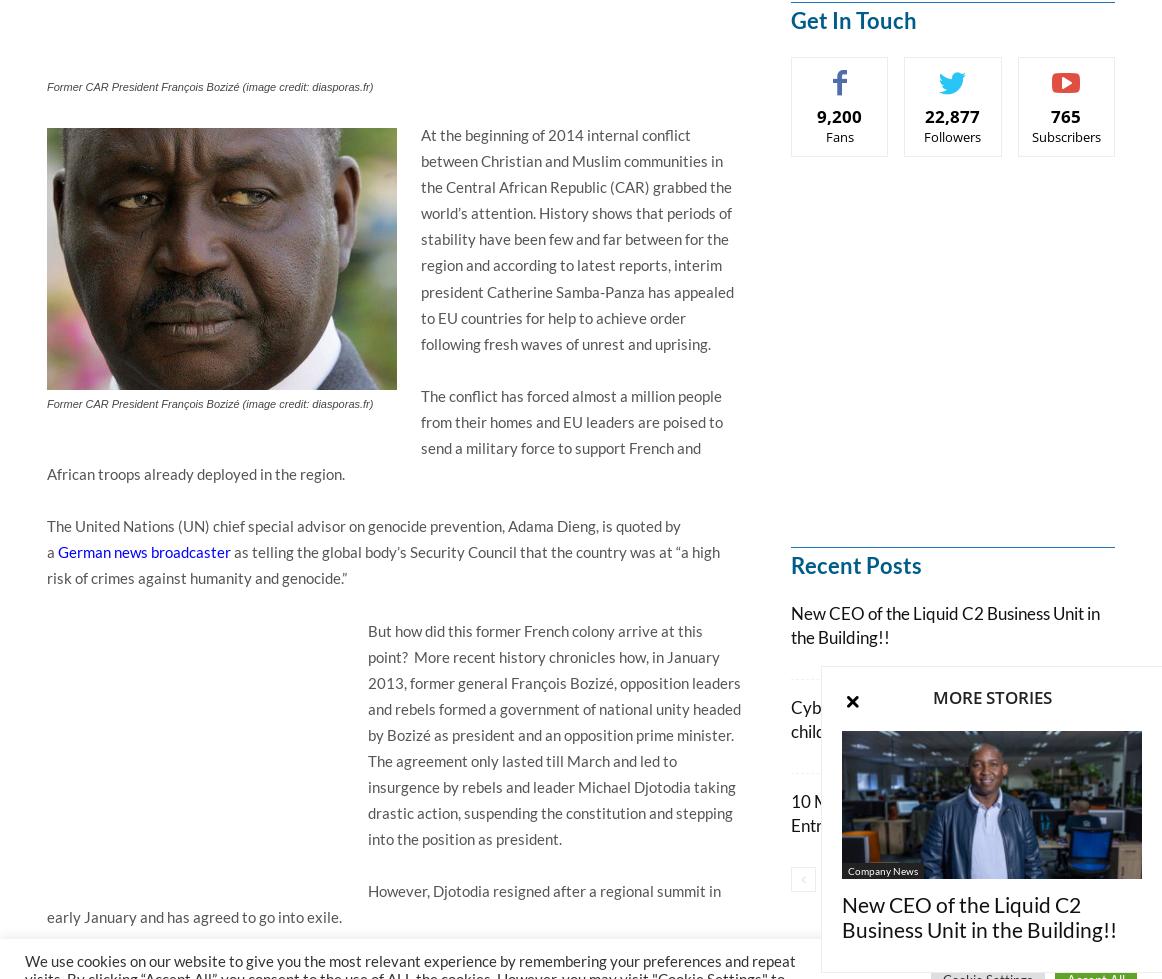 The width and height of the screenshot is (1162, 979). What do you see at coordinates (824, 136) in the screenshot?
I see `'Fans'` at bounding box center [824, 136].